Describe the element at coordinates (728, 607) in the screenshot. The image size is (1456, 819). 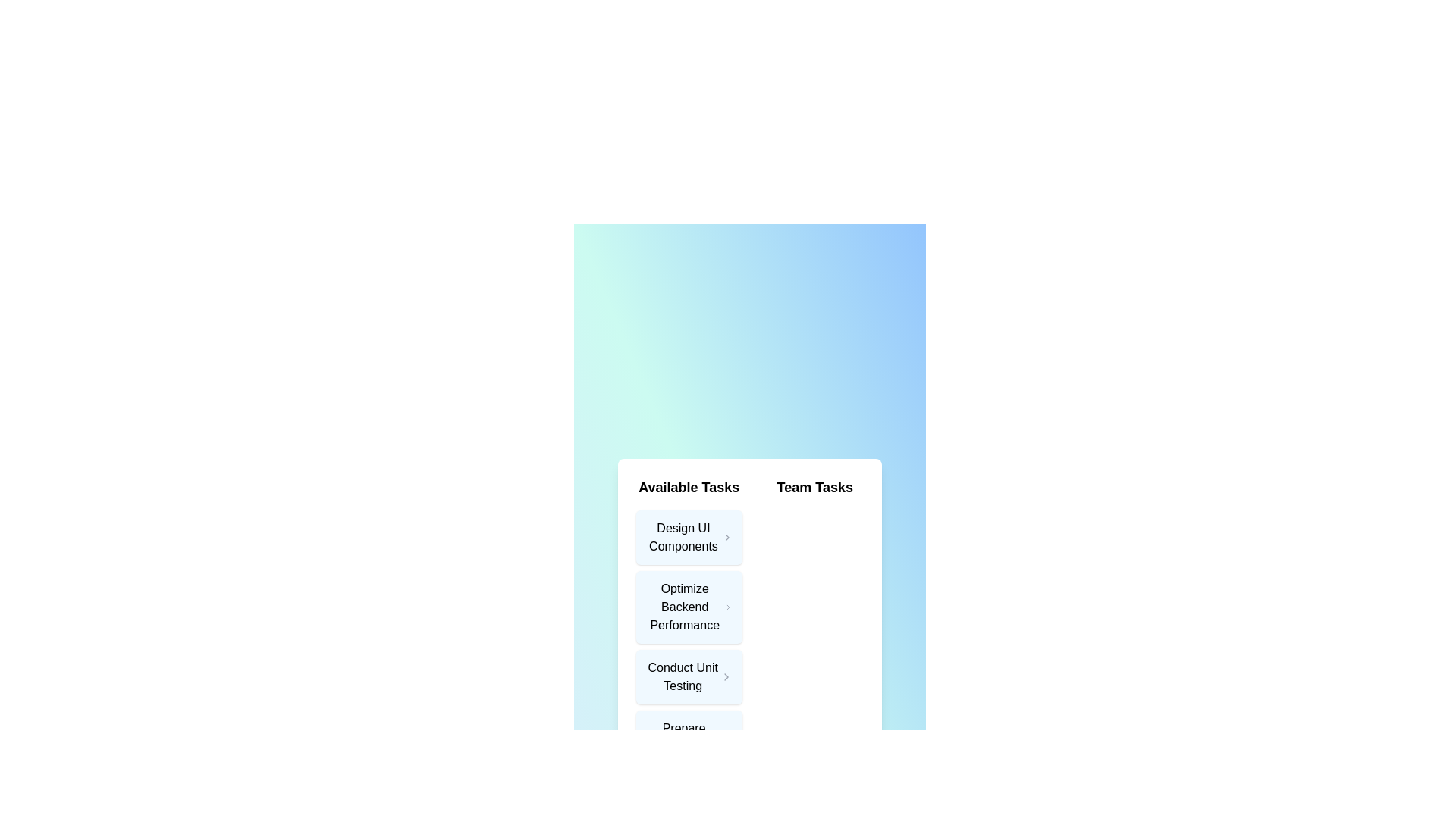
I see `chevron icon next to the task 'Optimize Backend Performance' to move it from 'Team Tasks' to 'Available Tasks'` at that location.